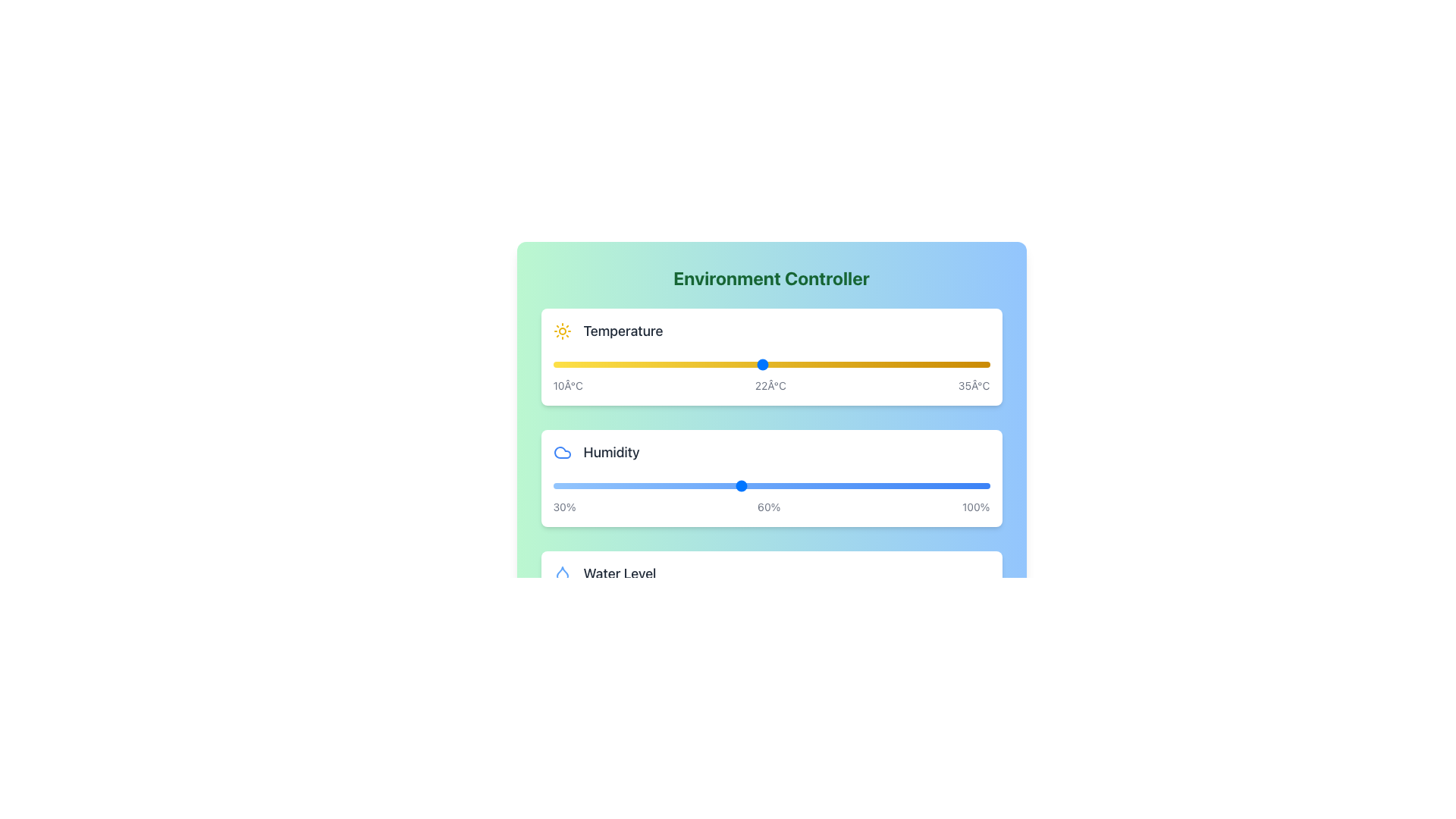 The image size is (1456, 819). What do you see at coordinates (770, 385) in the screenshot?
I see `the temperature value displayed as '22Â°C', which is centered below the yellow temperature slider bar in the 'Temperature' section of the 'Environment Controller' panel` at bounding box center [770, 385].